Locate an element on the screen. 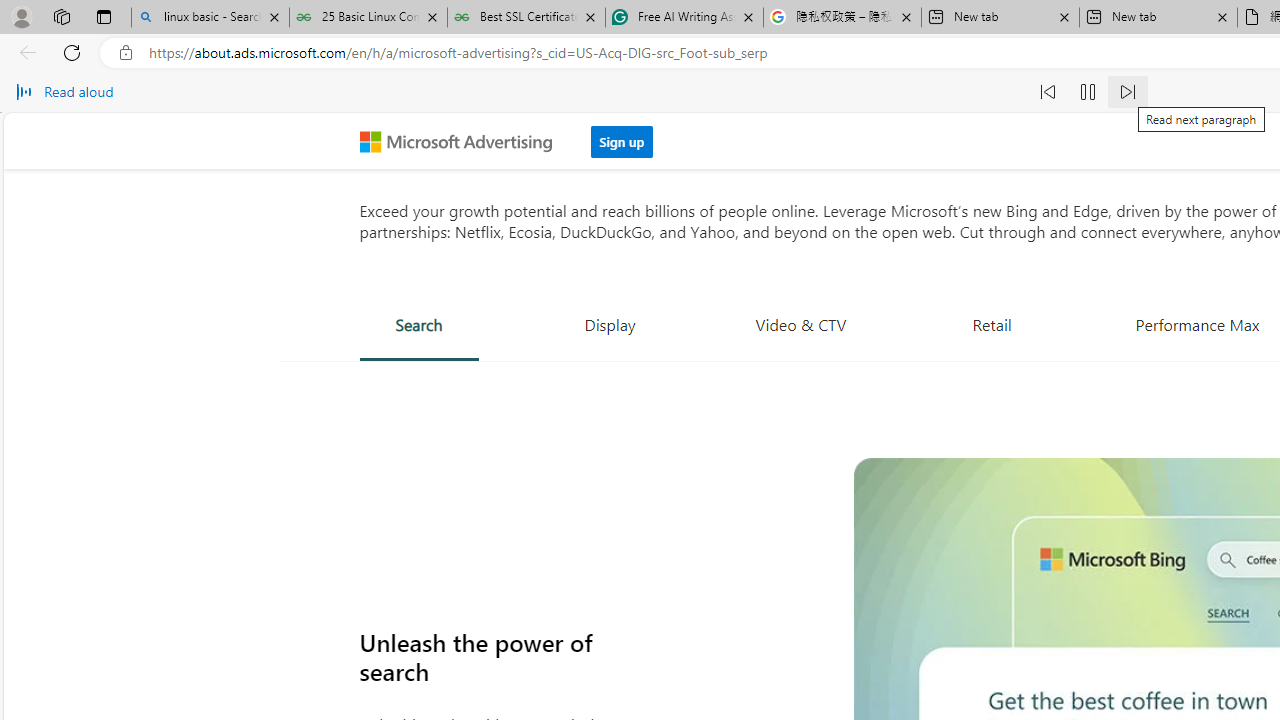 Image resolution: width=1280 pixels, height=720 pixels. 'Free AI Writing Assistance for Students | Grammarly' is located at coordinates (684, 17).